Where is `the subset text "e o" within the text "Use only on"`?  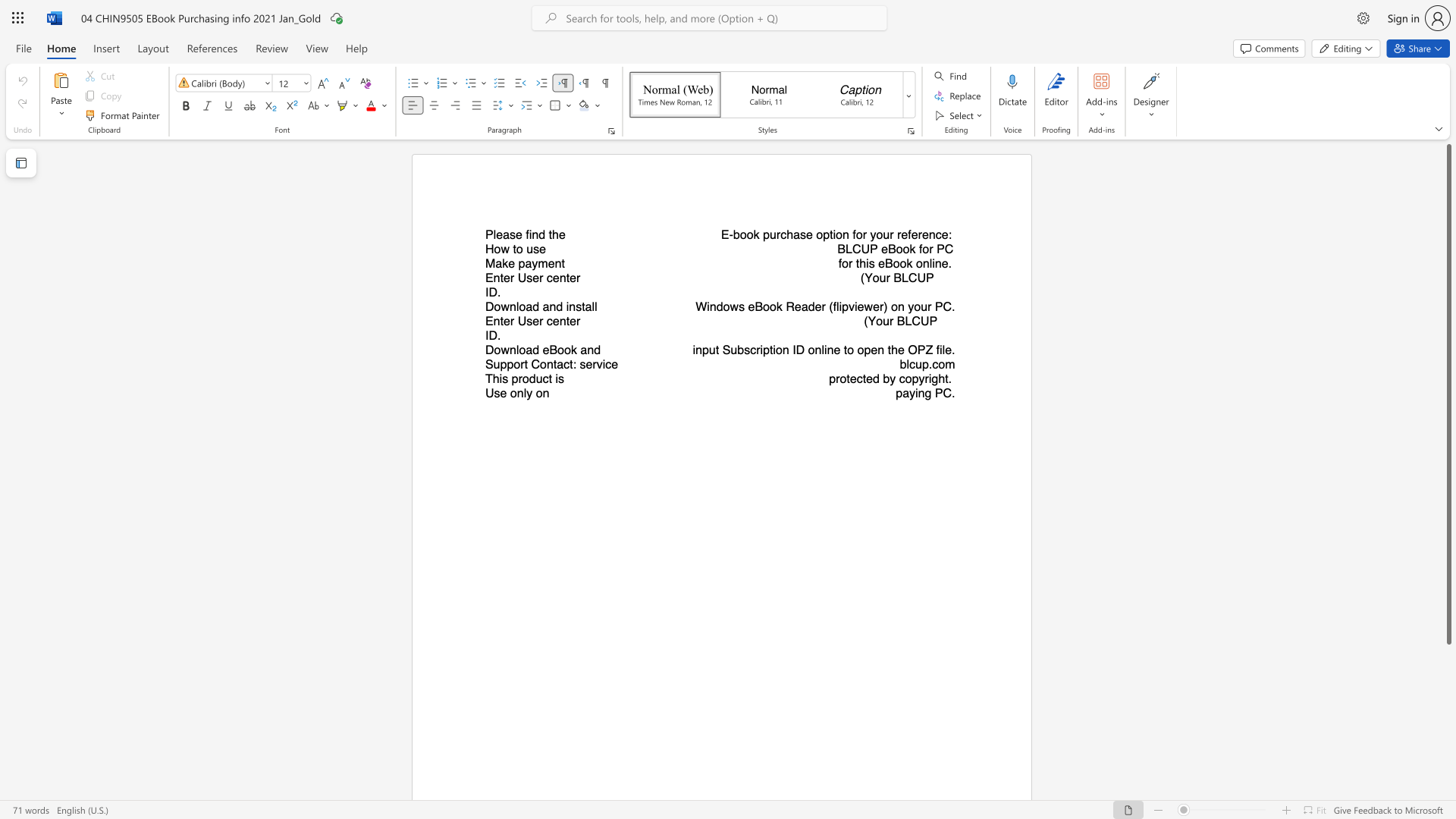
the subset text "e o" within the text "Use only on" is located at coordinates (500, 392).